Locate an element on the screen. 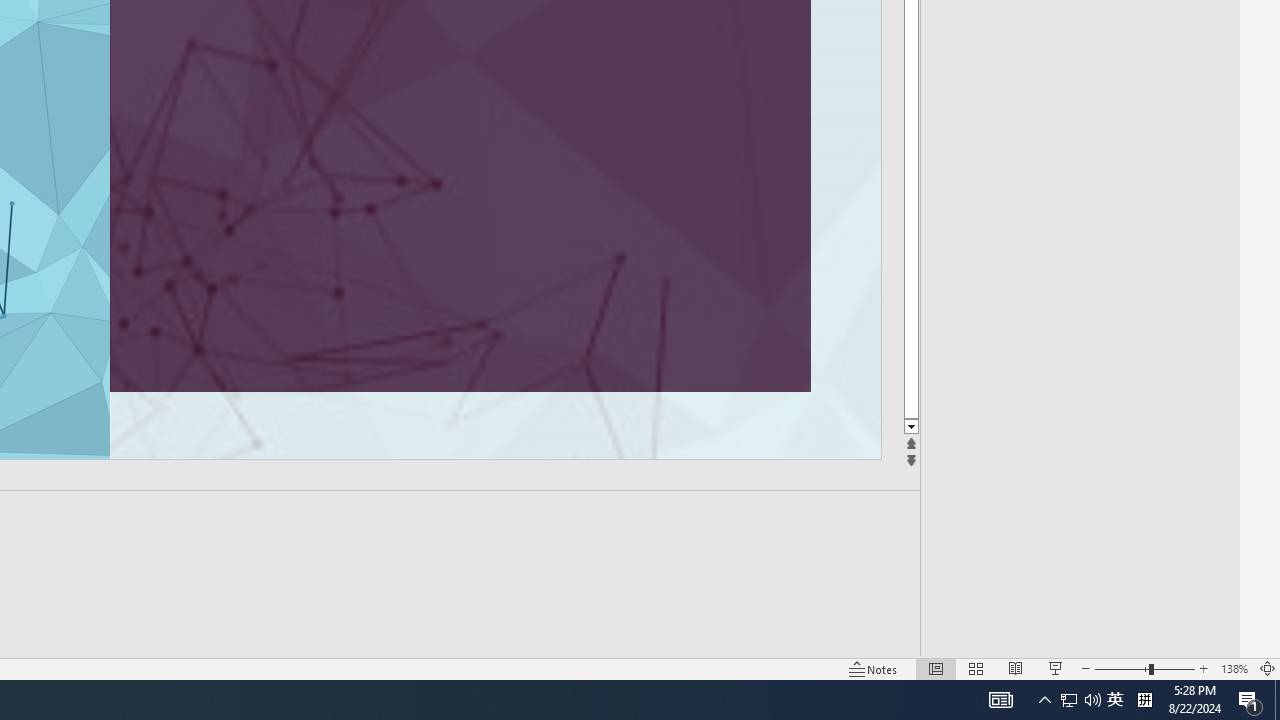  'Reading View' is located at coordinates (1015, 669).